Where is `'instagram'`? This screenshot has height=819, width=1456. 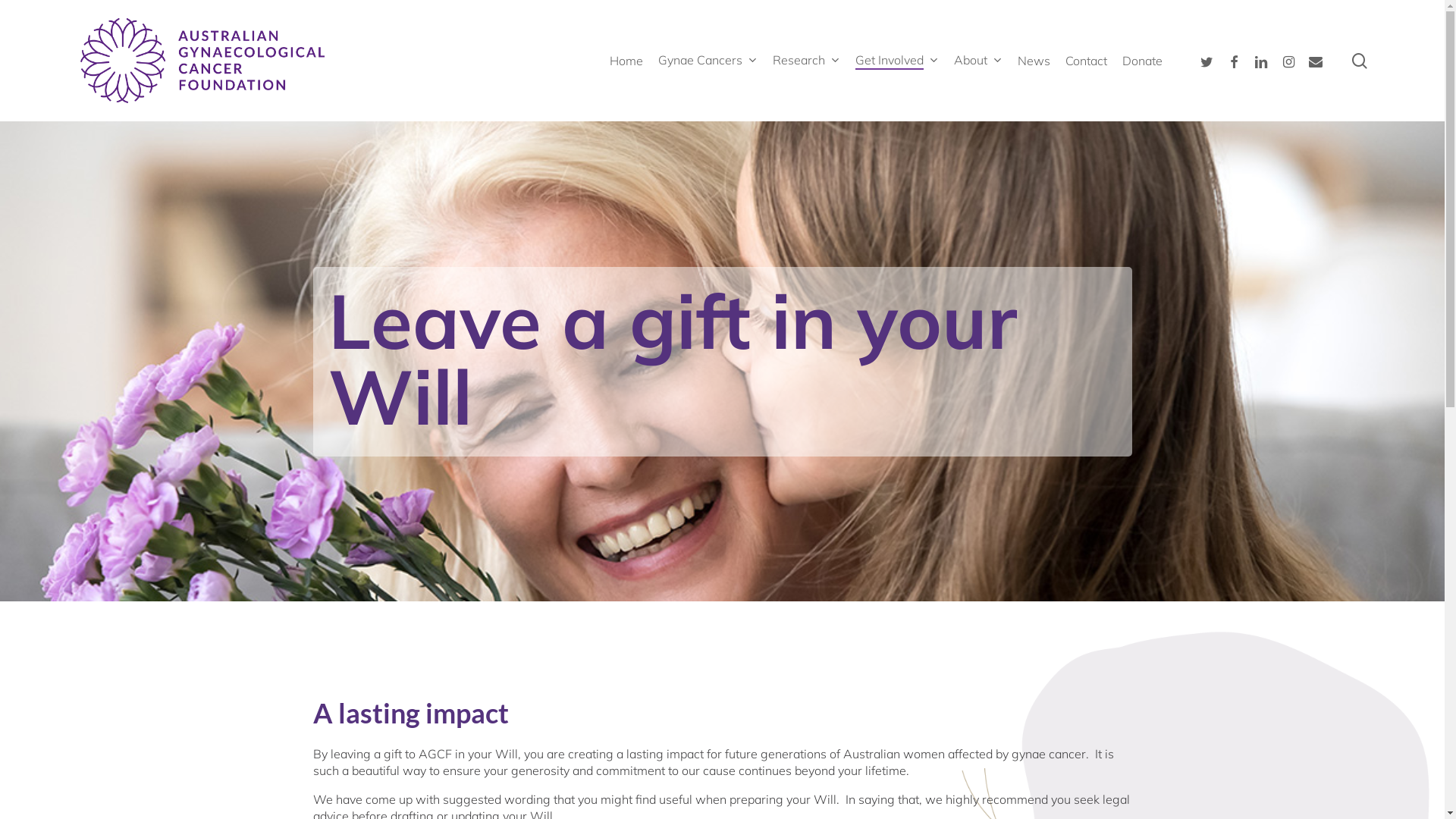 'instagram' is located at coordinates (1288, 60).